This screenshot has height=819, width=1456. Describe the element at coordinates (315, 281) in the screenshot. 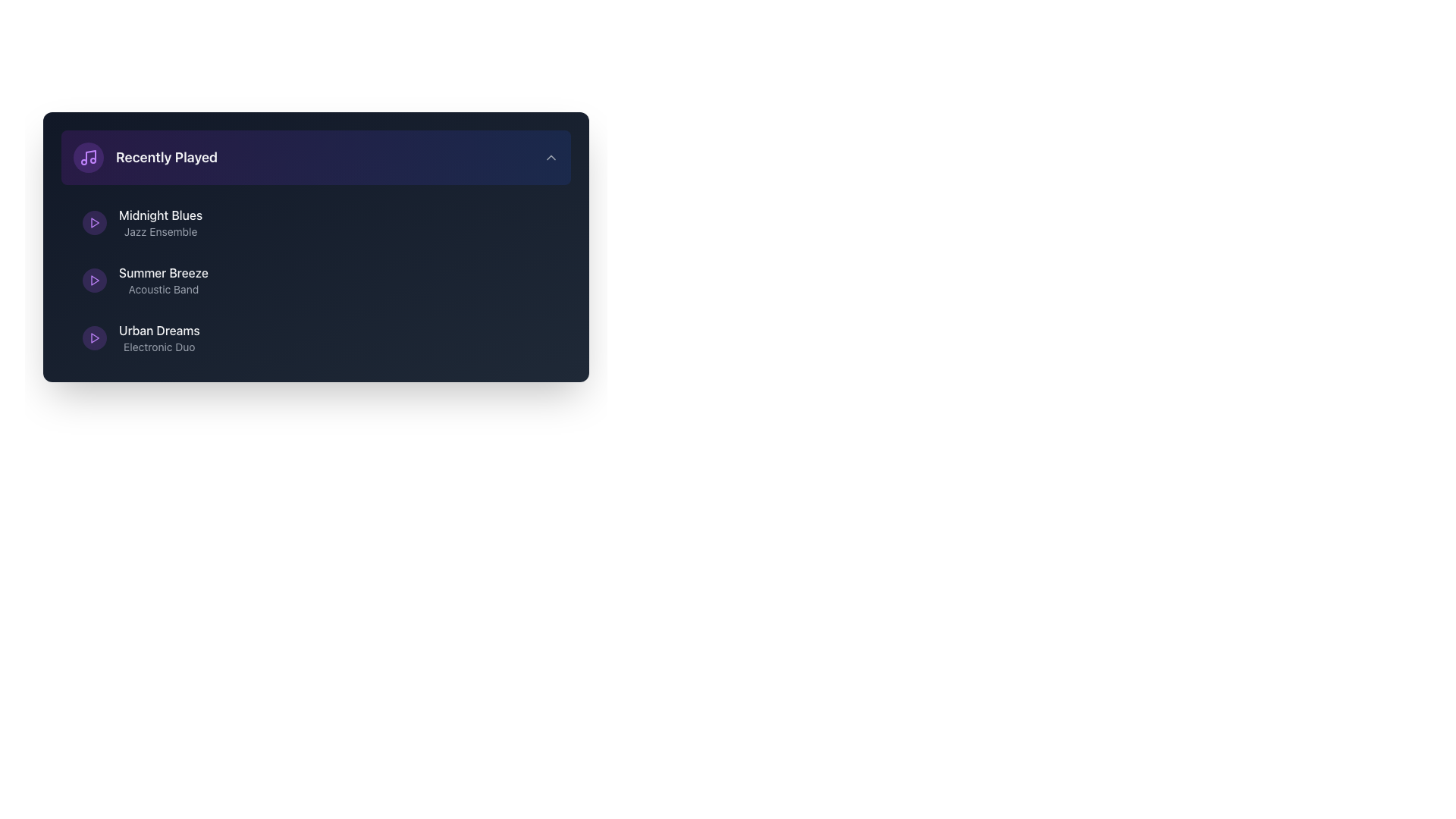

I see `the track item labeled 'Summer Breeze' in the vertical list` at that location.